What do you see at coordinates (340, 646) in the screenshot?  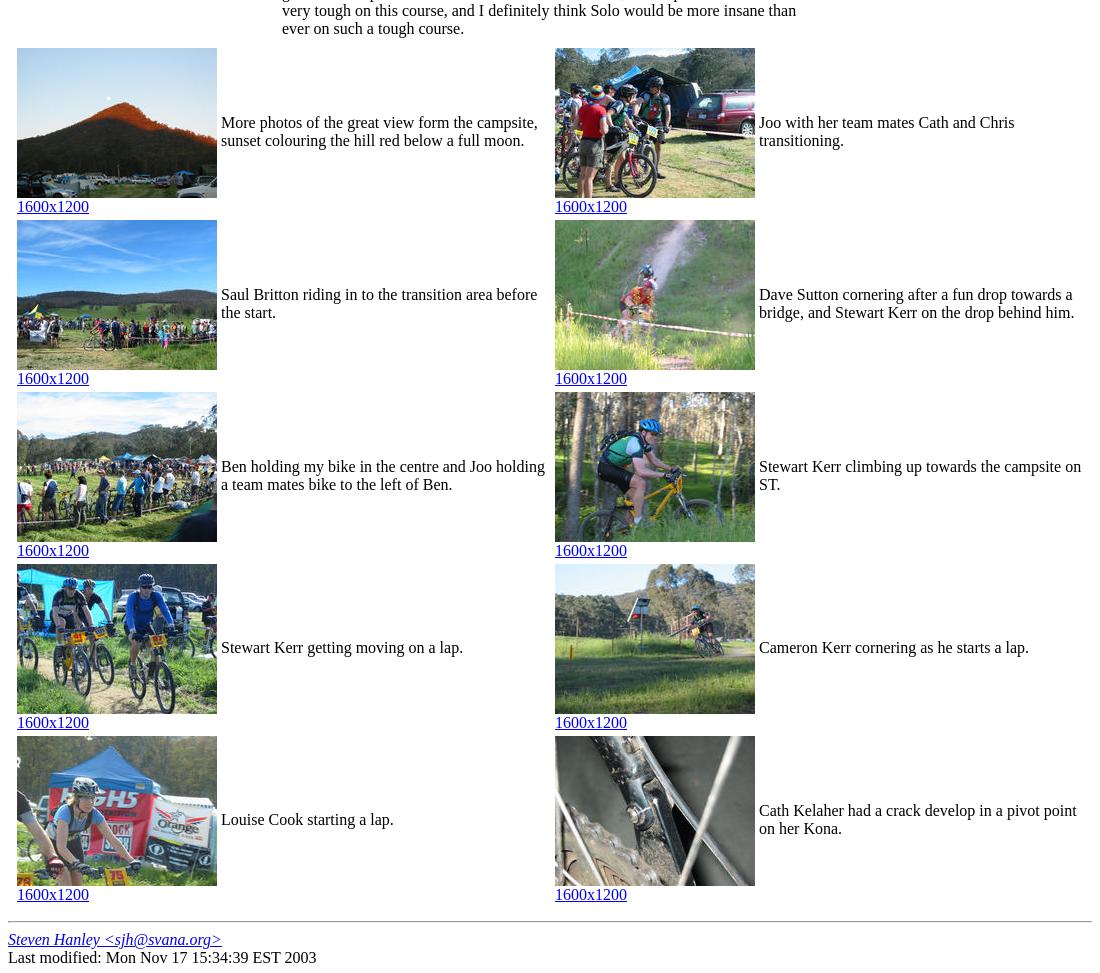 I see `'Stewart Kerr getting moving on a lap.'` at bounding box center [340, 646].